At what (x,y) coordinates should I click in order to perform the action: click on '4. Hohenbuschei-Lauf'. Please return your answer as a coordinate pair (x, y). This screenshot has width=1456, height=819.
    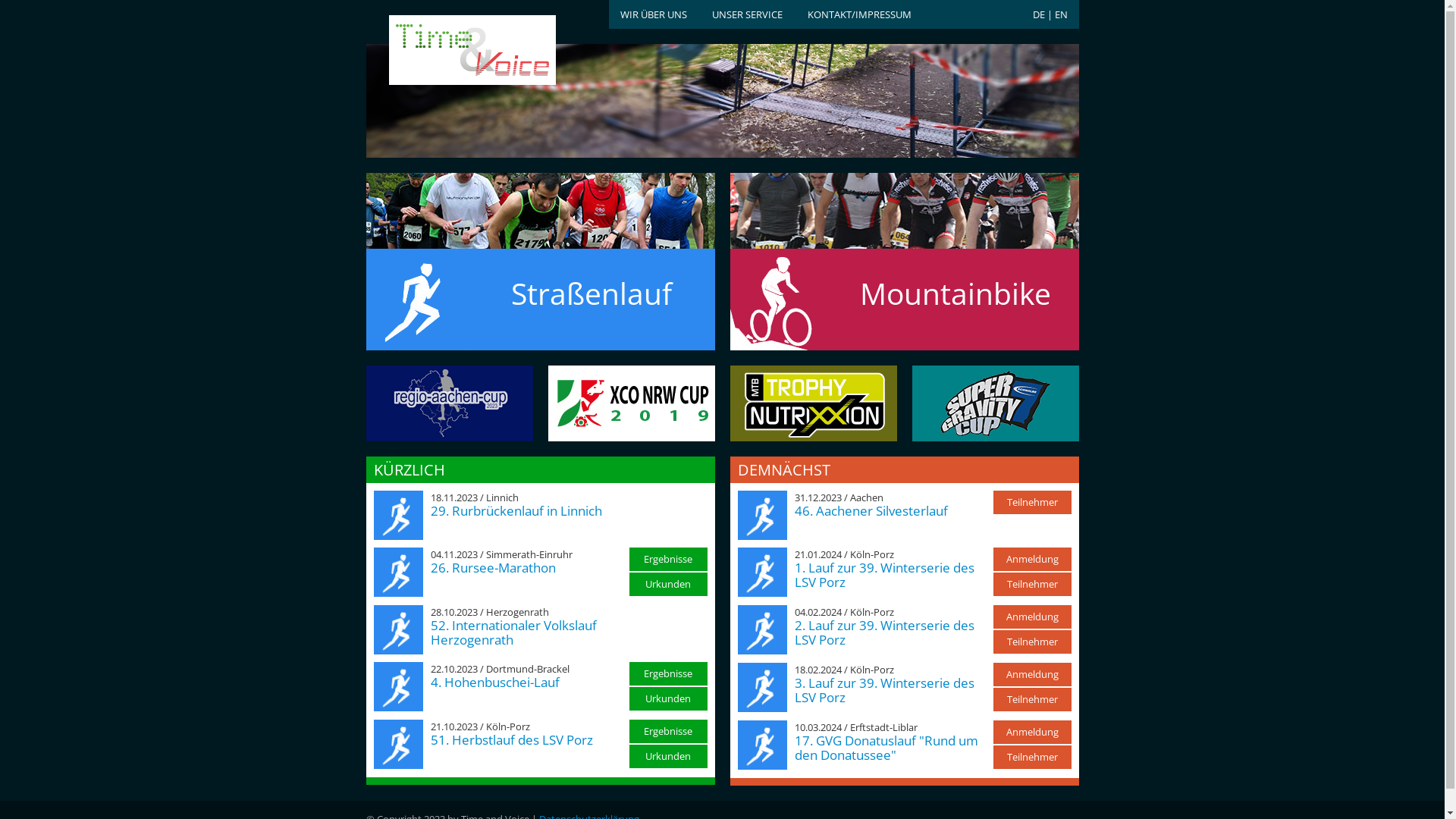
    Looking at the image, I should click on (494, 681).